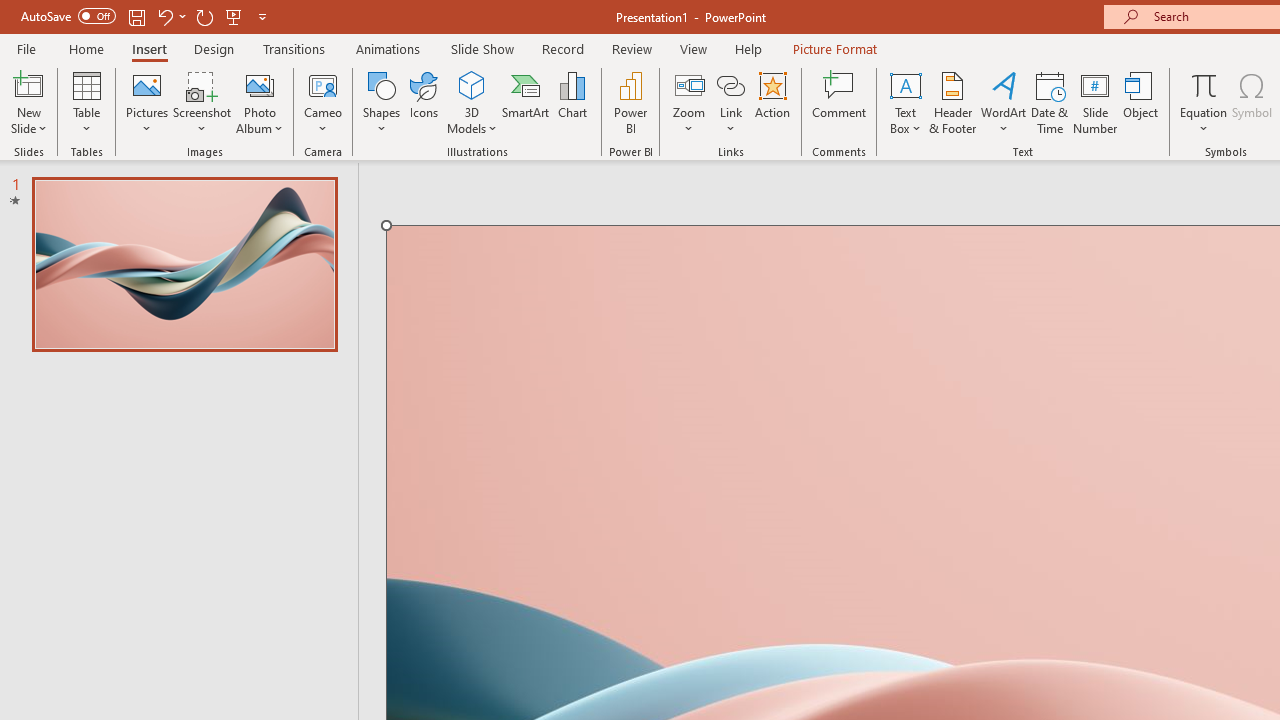 The image size is (1280, 720). Describe the element at coordinates (1141, 103) in the screenshot. I see `'Object...'` at that location.